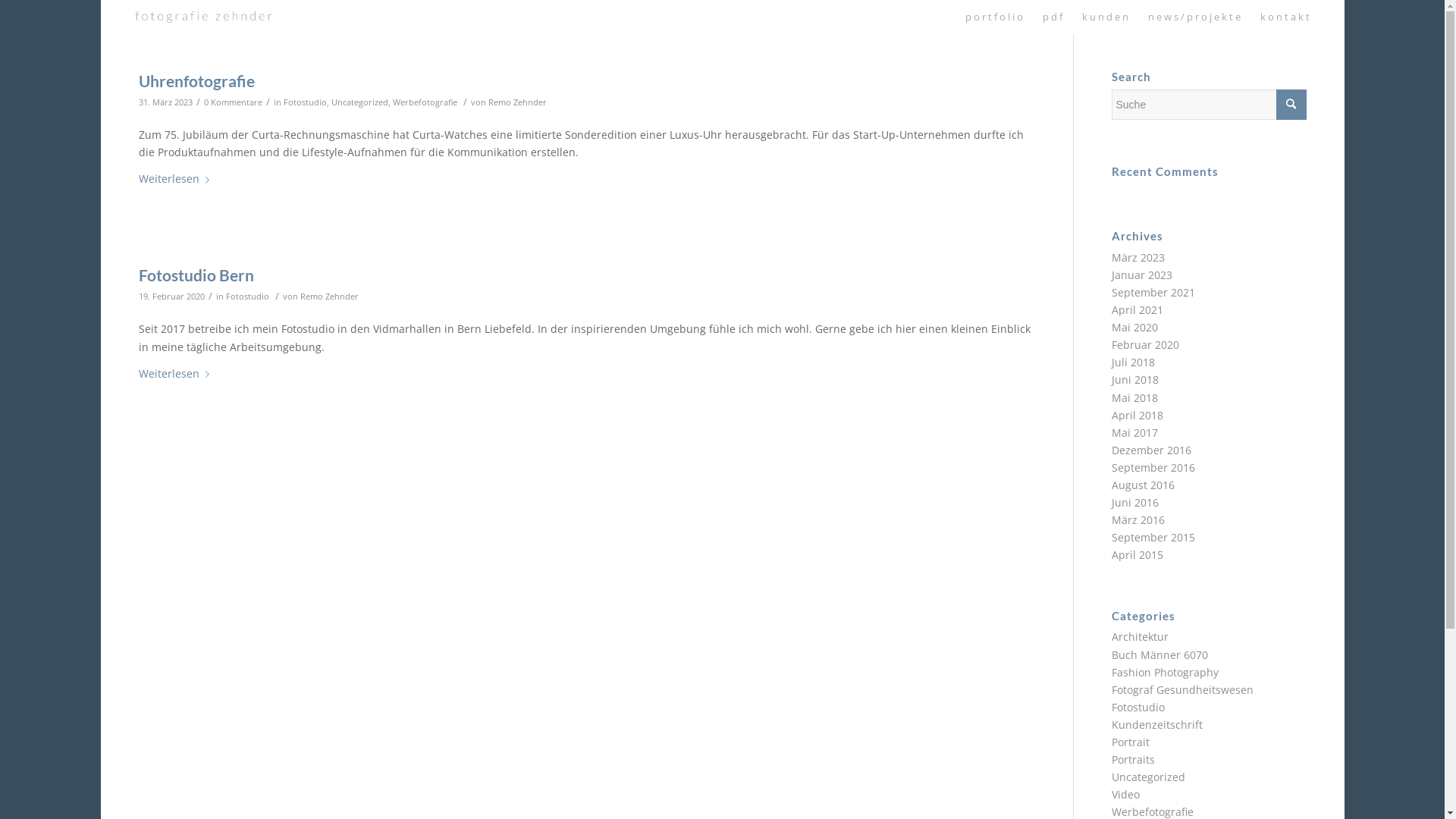 The height and width of the screenshot is (819, 1456). I want to click on 'September 2016', so click(1153, 466).